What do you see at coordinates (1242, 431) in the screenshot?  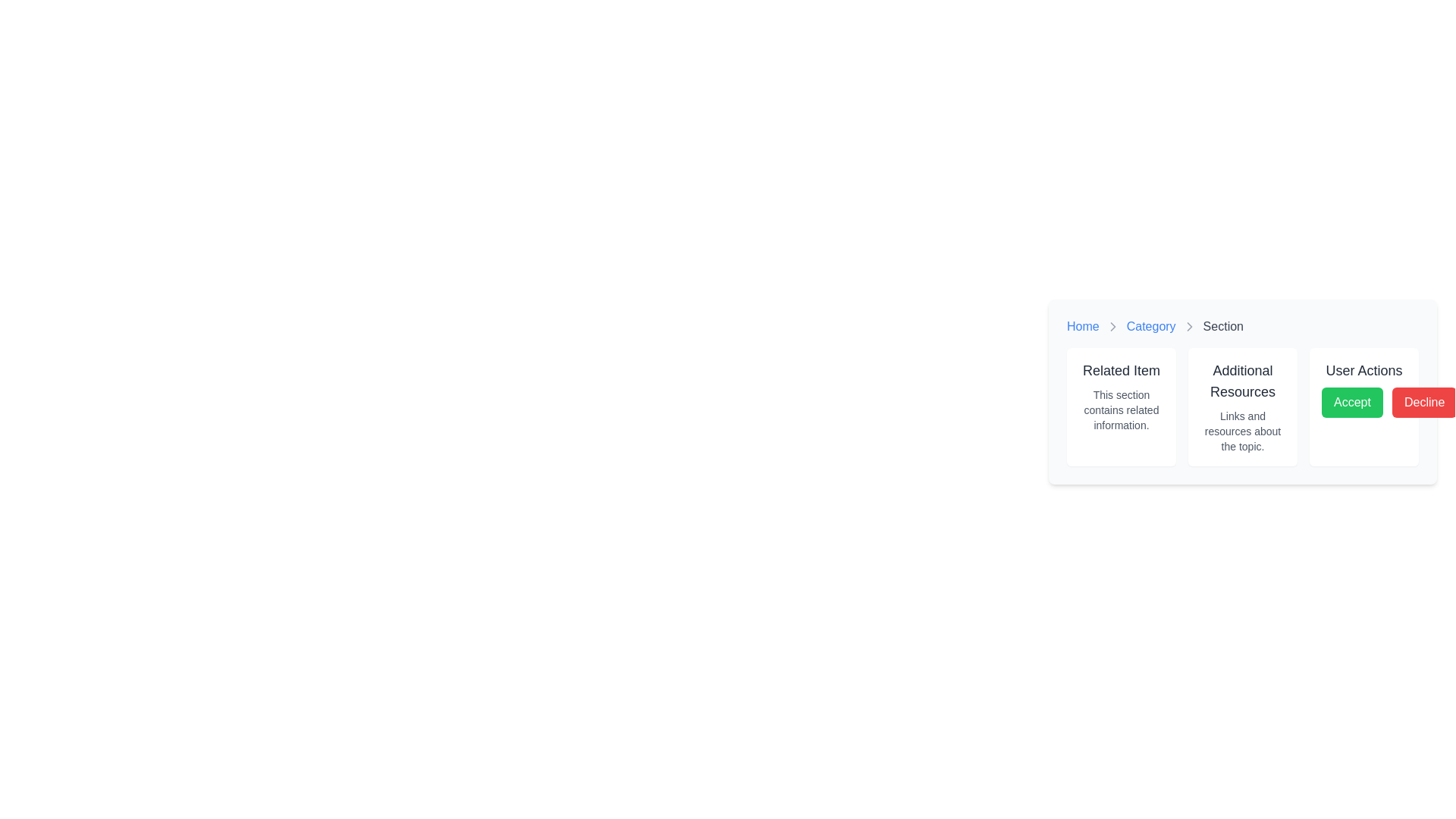 I see `the descriptive text element that provides supporting information for the 'Additional Resources' title, positioned within the corresponding card` at bounding box center [1242, 431].